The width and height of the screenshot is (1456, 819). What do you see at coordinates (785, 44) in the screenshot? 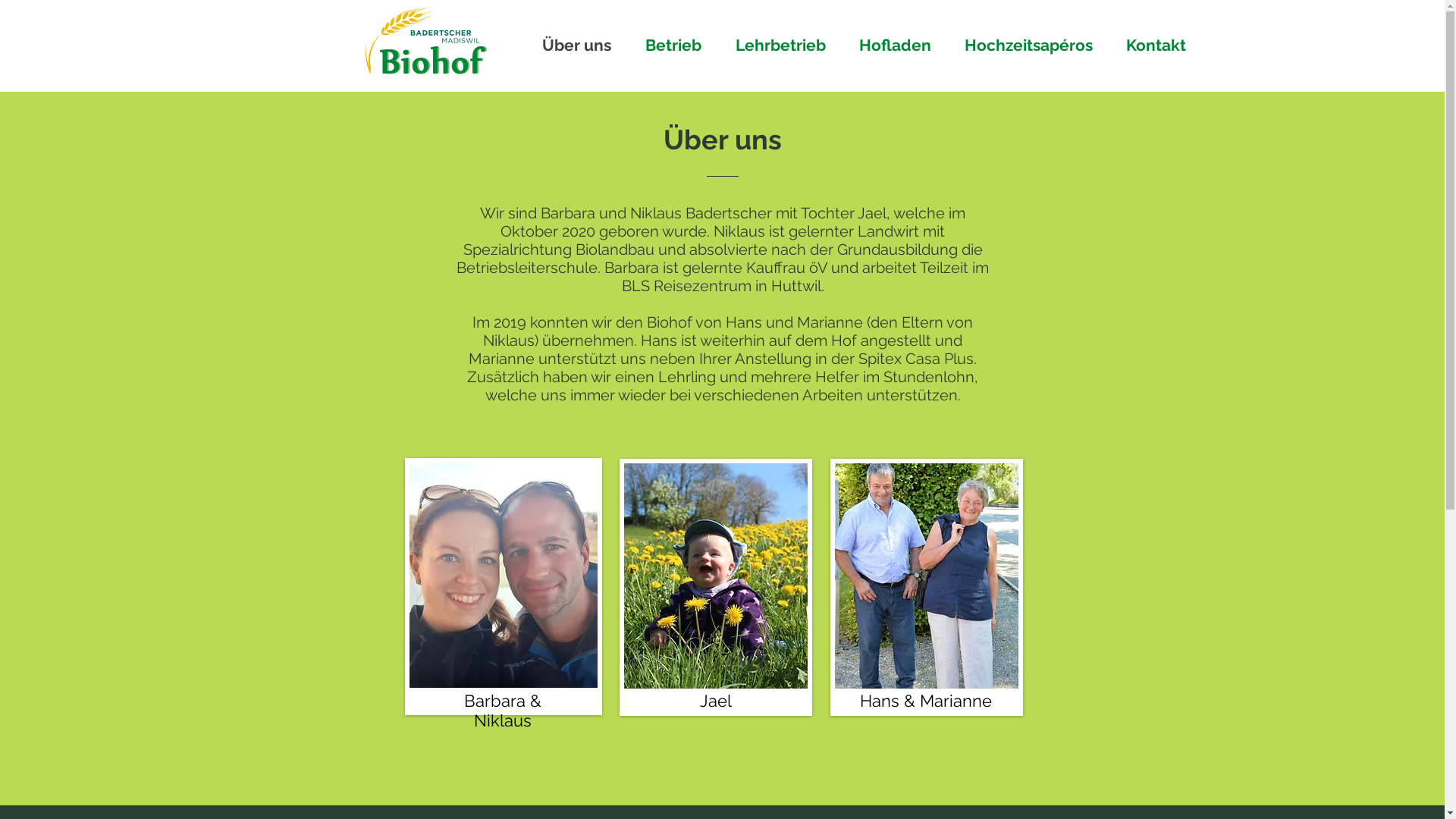
I see `'Lehrbetrieb'` at bounding box center [785, 44].